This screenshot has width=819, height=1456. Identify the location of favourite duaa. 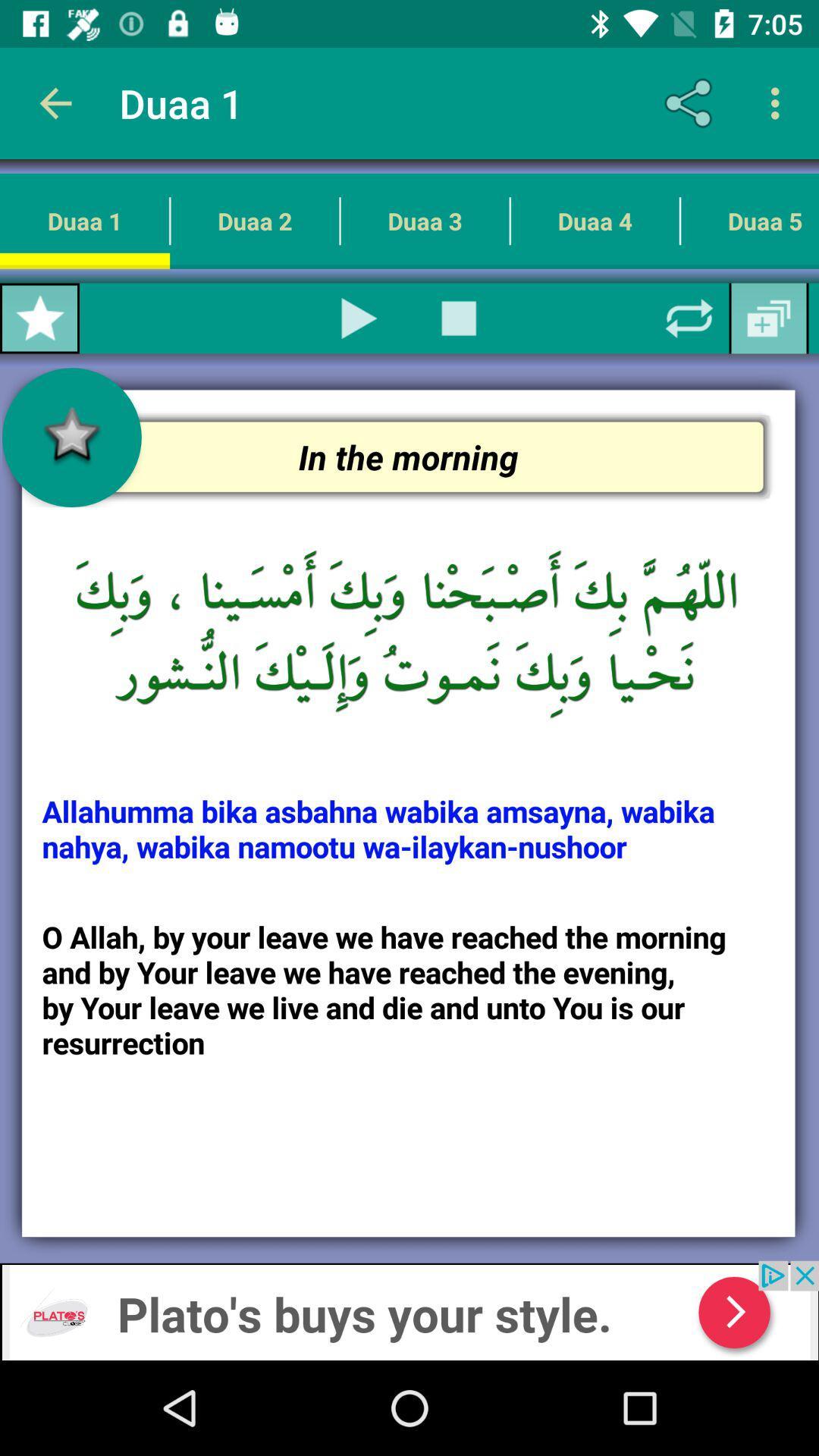
(39, 318).